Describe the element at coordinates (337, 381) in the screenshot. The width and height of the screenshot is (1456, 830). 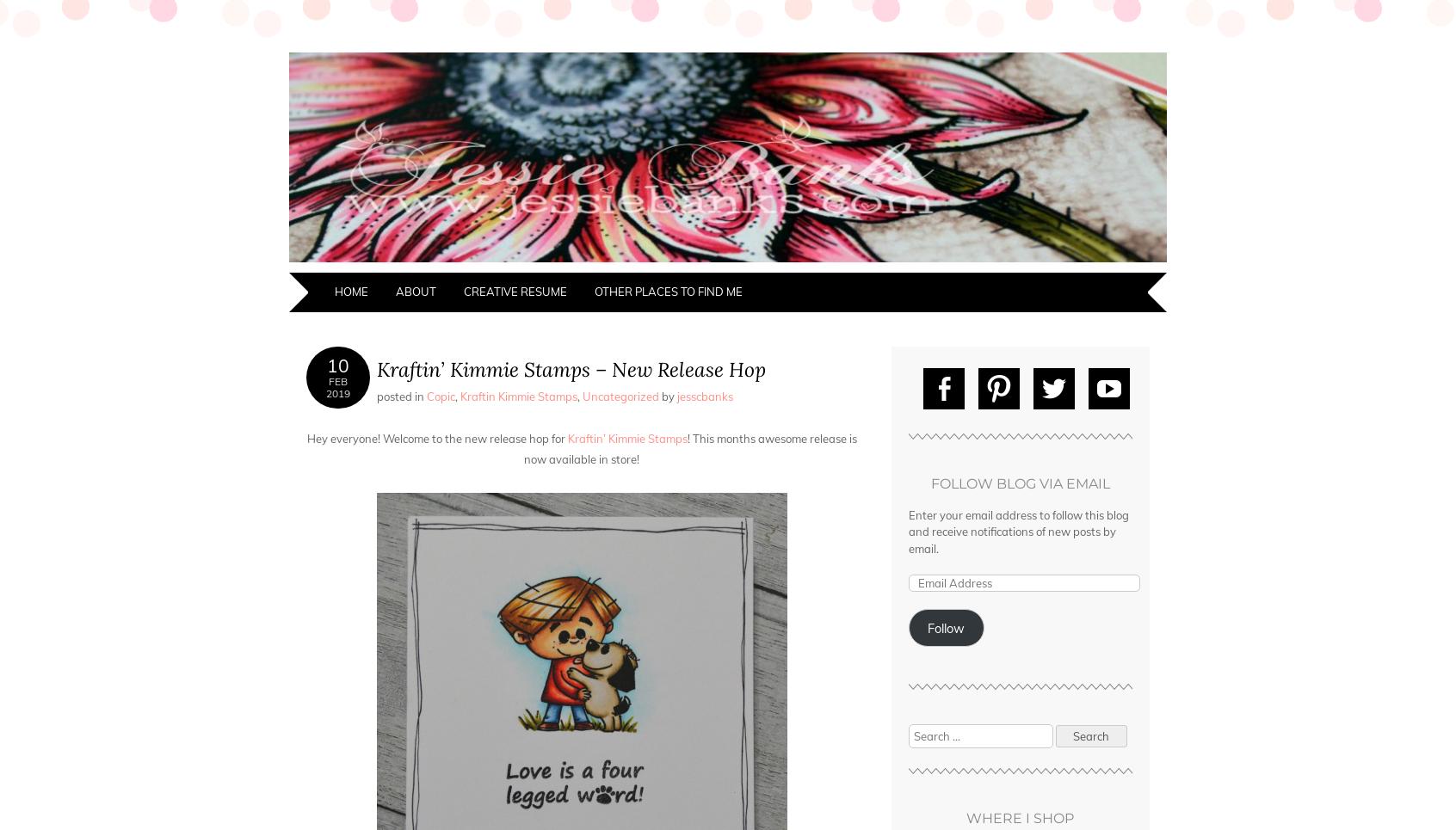
I see `'Feb'` at that location.